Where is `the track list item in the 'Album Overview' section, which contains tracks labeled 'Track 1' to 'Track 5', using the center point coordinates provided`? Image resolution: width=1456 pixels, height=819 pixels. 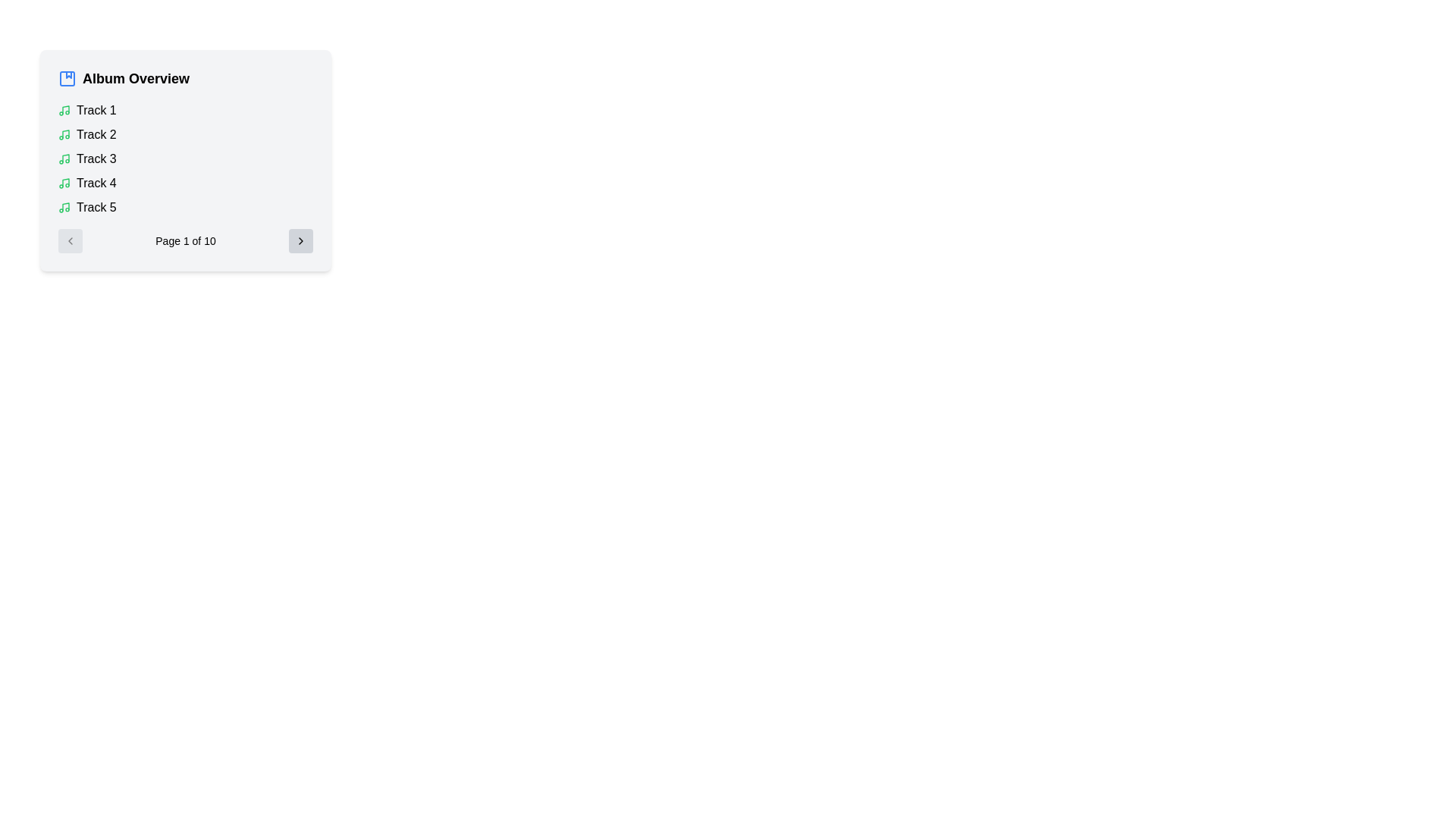 the track list item in the 'Album Overview' section, which contains tracks labeled 'Track 1' to 'Track 5', using the center point coordinates provided is located at coordinates (184, 158).